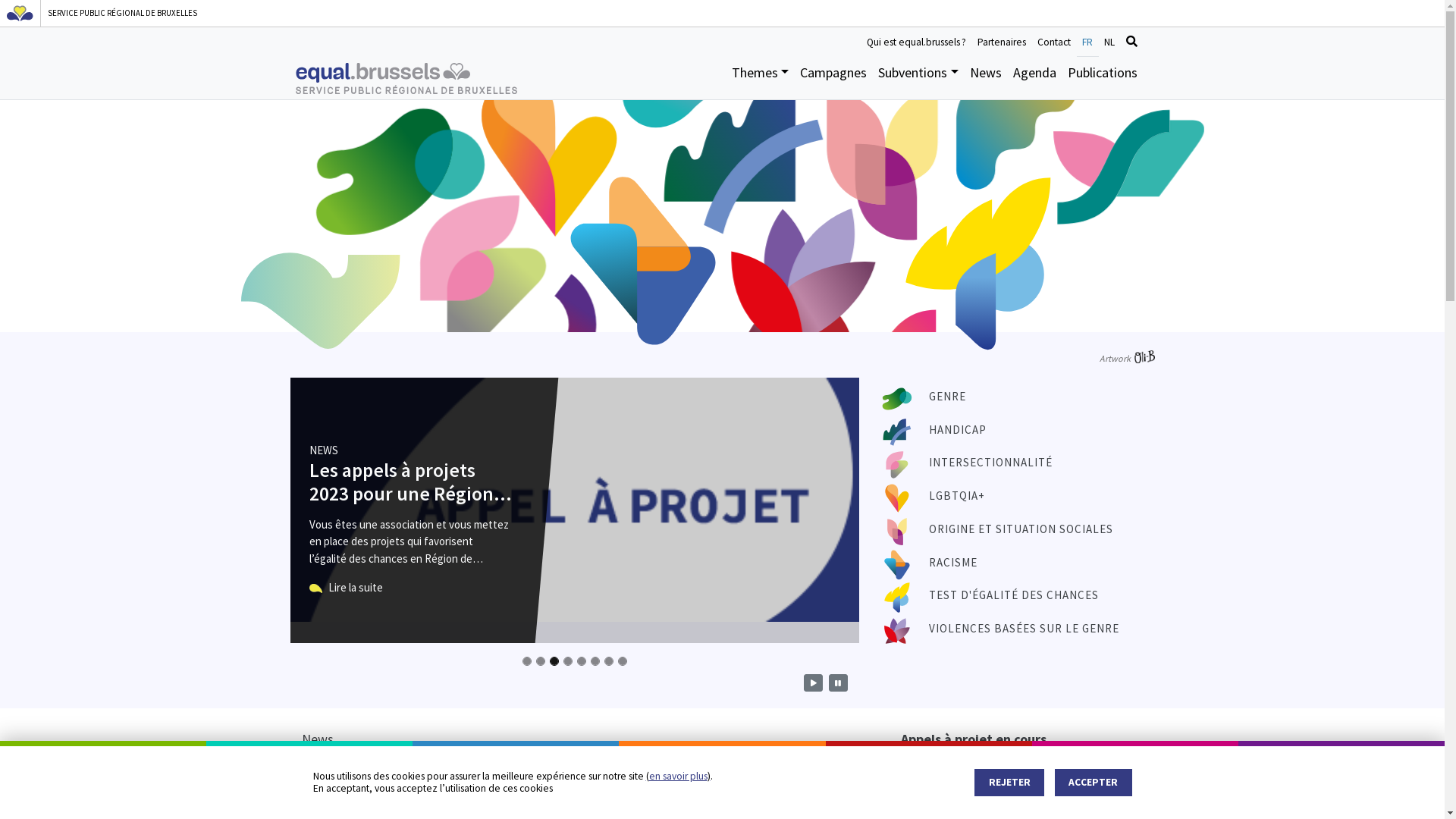 The image size is (1456, 819). Describe the element at coordinates (677, 777) in the screenshot. I see `'en savoir plus'` at that location.